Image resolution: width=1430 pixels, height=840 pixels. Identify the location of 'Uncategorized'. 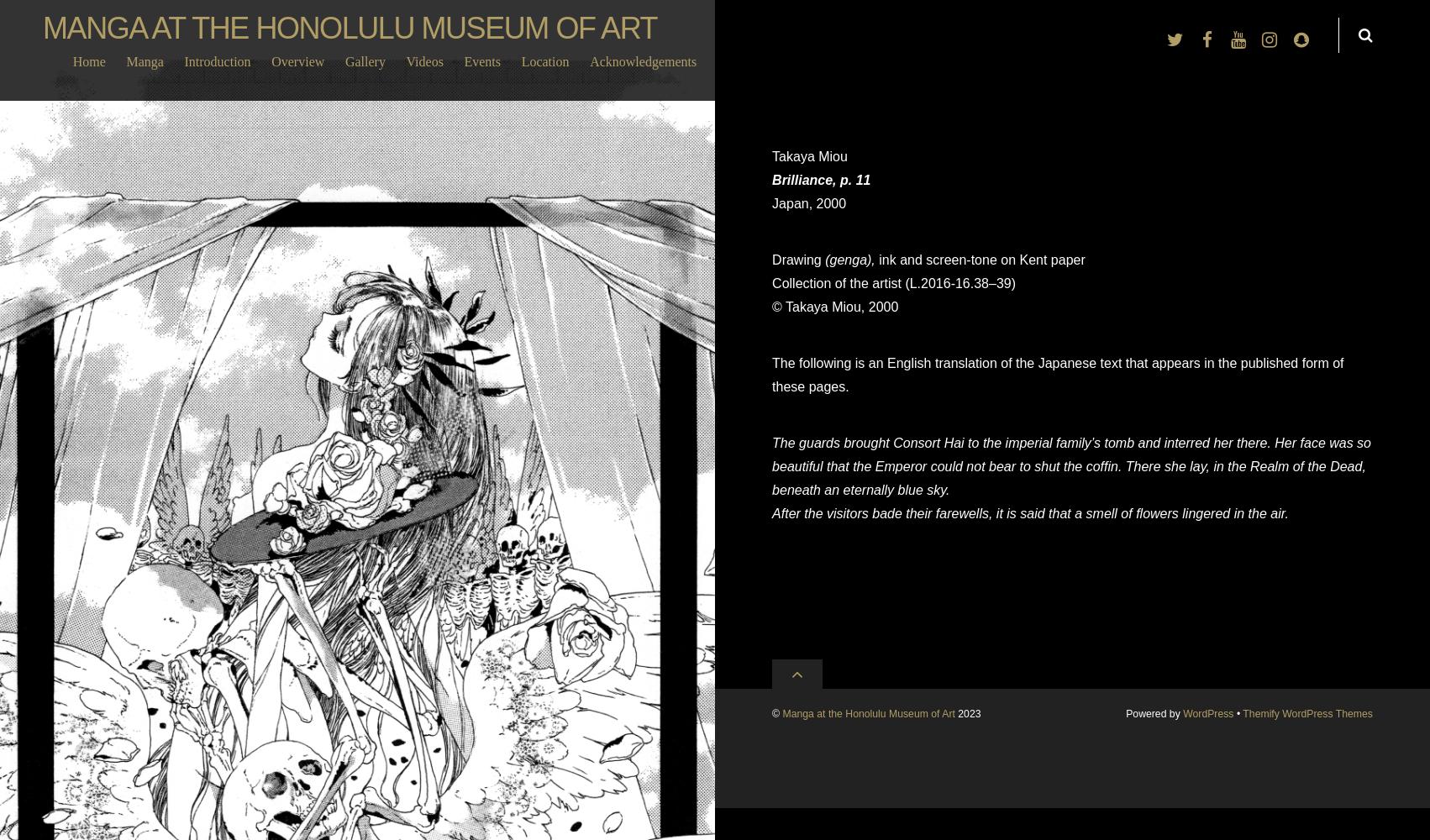
(356, 813).